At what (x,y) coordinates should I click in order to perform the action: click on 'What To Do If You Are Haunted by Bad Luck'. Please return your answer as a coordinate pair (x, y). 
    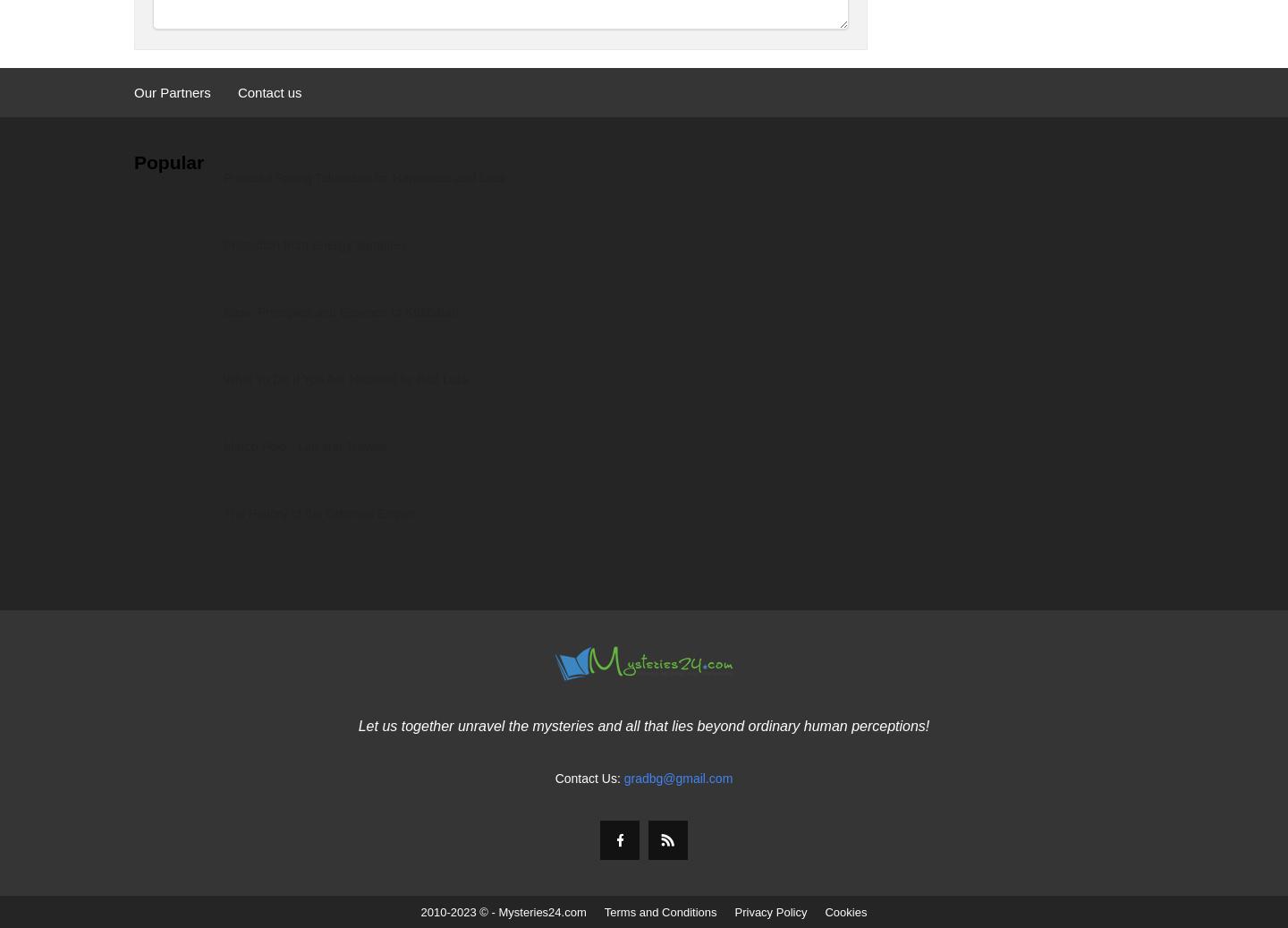
    Looking at the image, I should click on (344, 379).